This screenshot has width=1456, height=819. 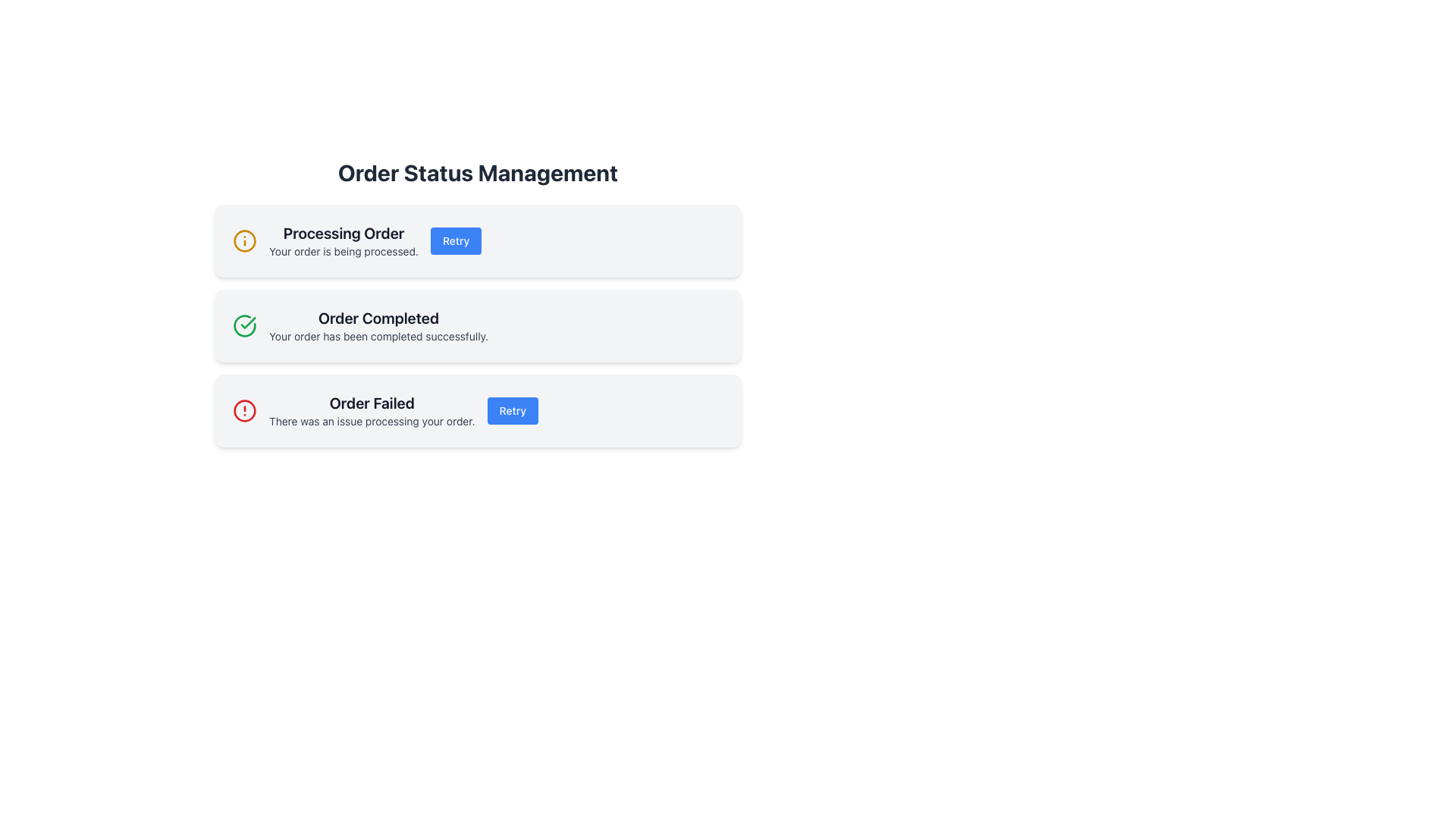 What do you see at coordinates (244, 240) in the screenshot?
I see `the circular yellow SVG icon with an 'i' symbol located at the left edge of the first section of the vertically-stacked list of cards, adjacent to the title 'Processing Order'` at bounding box center [244, 240].